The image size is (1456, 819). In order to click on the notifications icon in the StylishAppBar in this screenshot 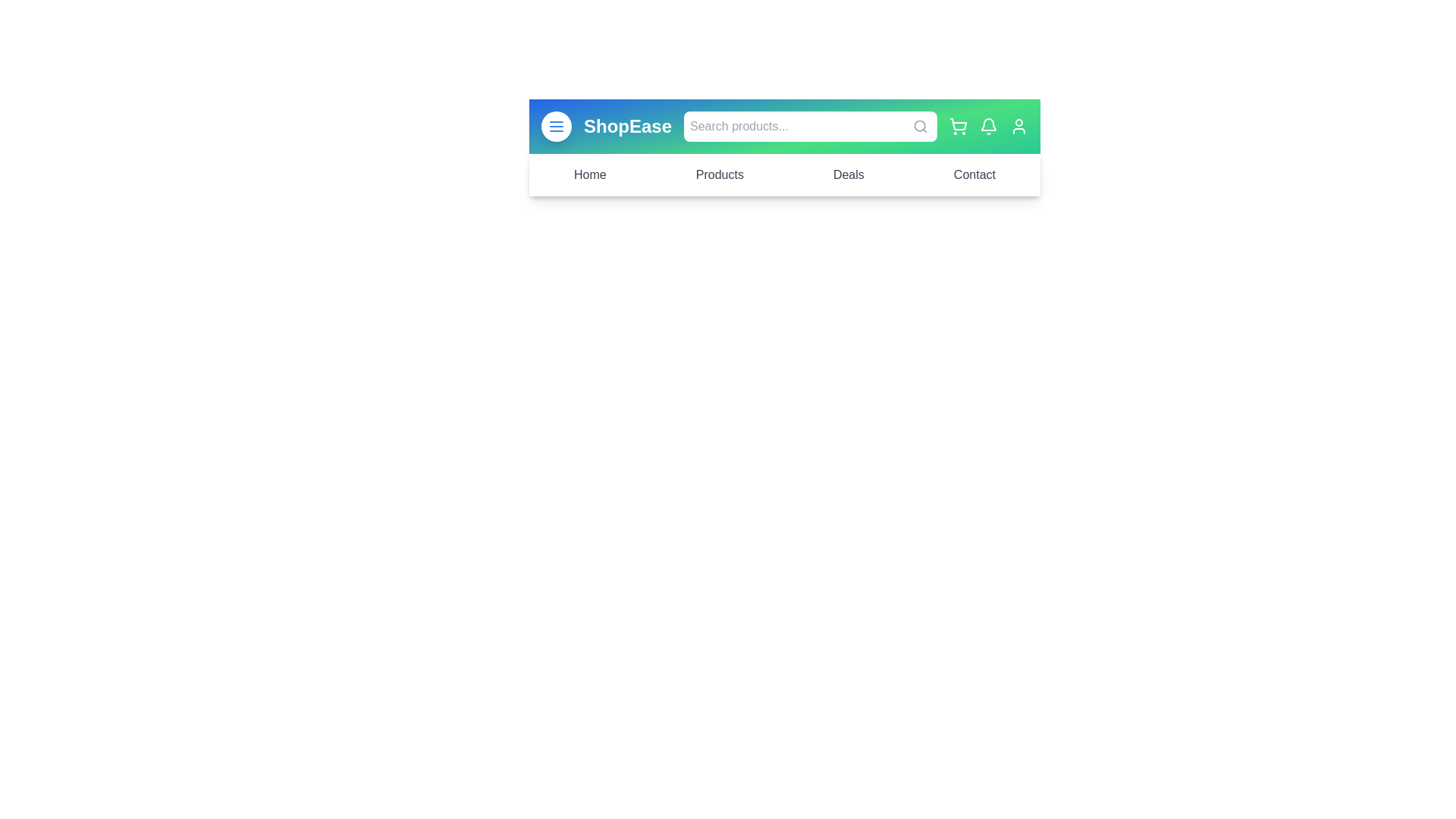, I will do `click(989, 125)`.